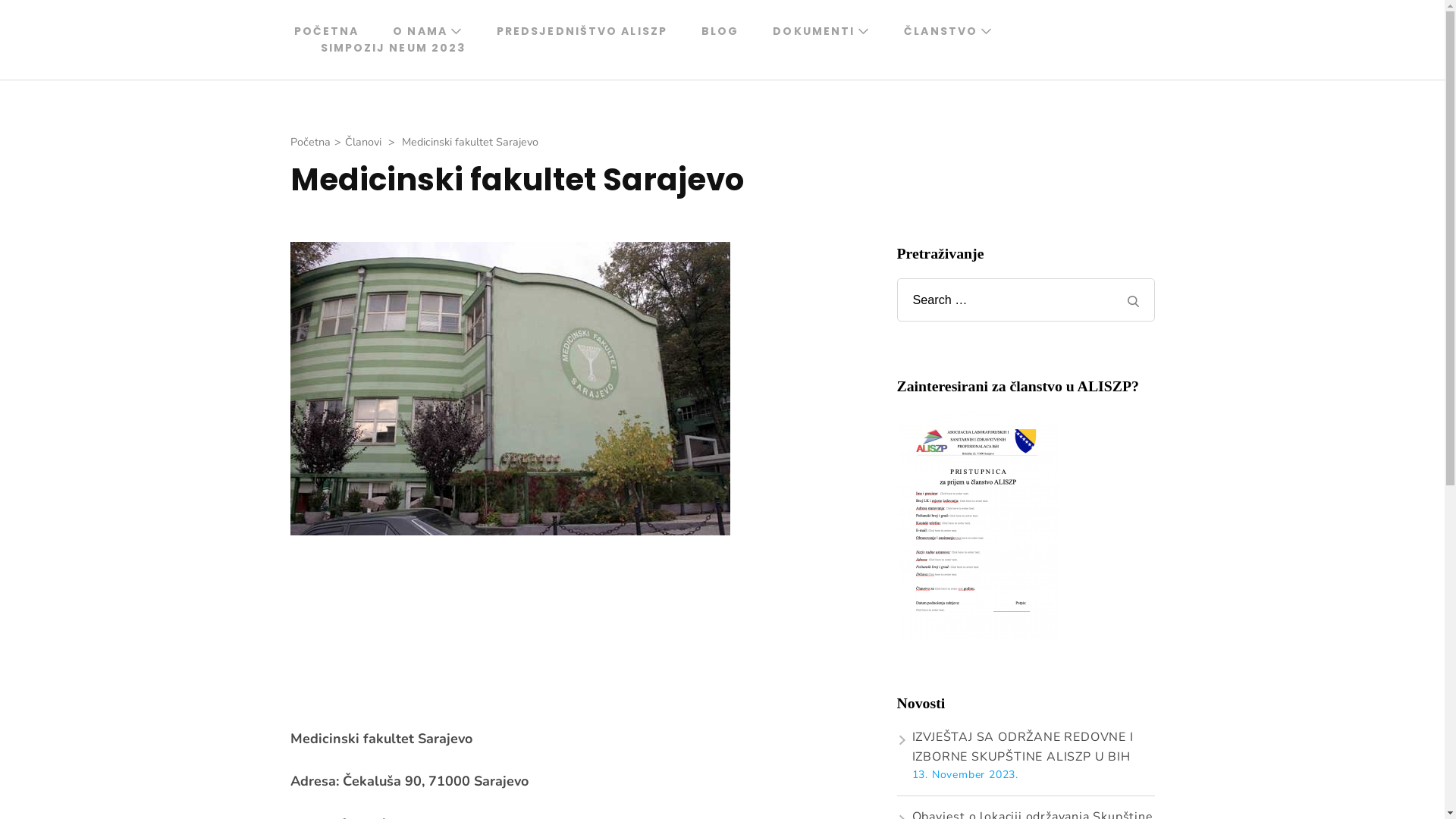 The height and width of the screenshot is (819, 1456). What do you see at coordinates (719, 31) in the screenshot?
I see `'BLOG'` at bounding box center [719, 31].